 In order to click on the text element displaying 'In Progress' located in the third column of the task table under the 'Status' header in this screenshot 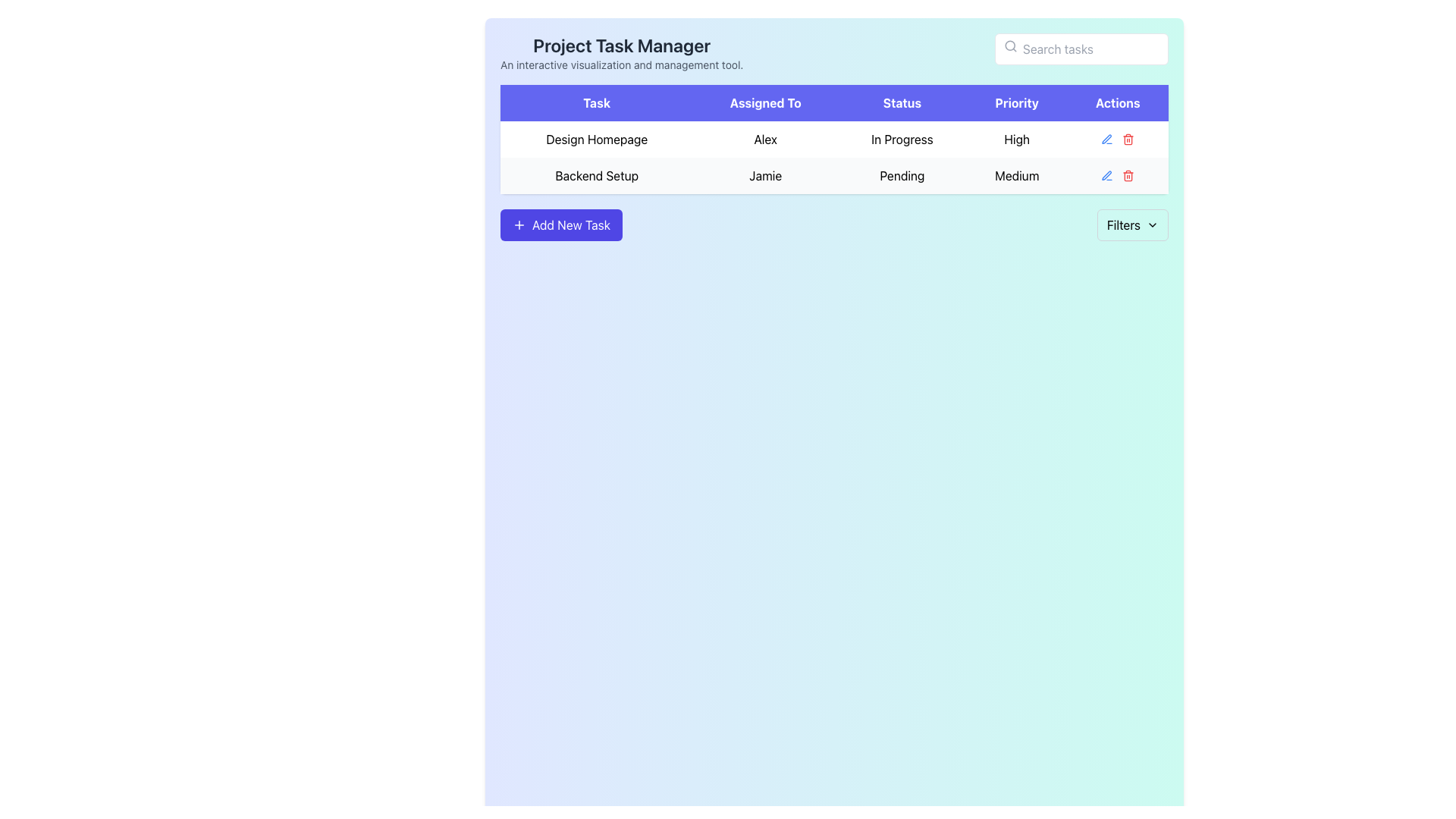, I will do `click(902, 140)`.